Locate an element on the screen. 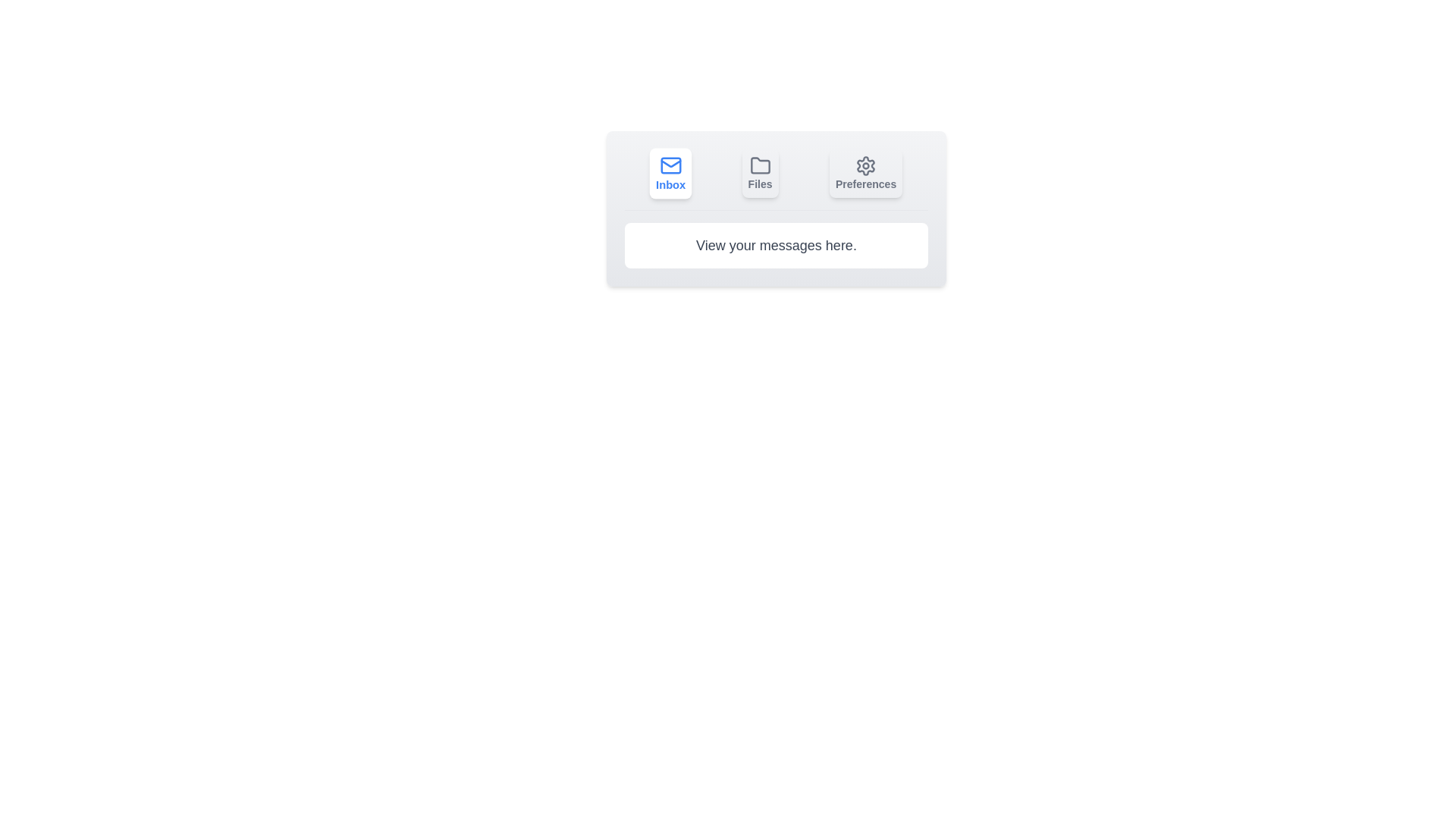 The width and height of the screenshot is (1456, 819). the cogwheel icon representing settings, located centrally within the 'Preferences' option in the menu is located at coordinates (866, 166).